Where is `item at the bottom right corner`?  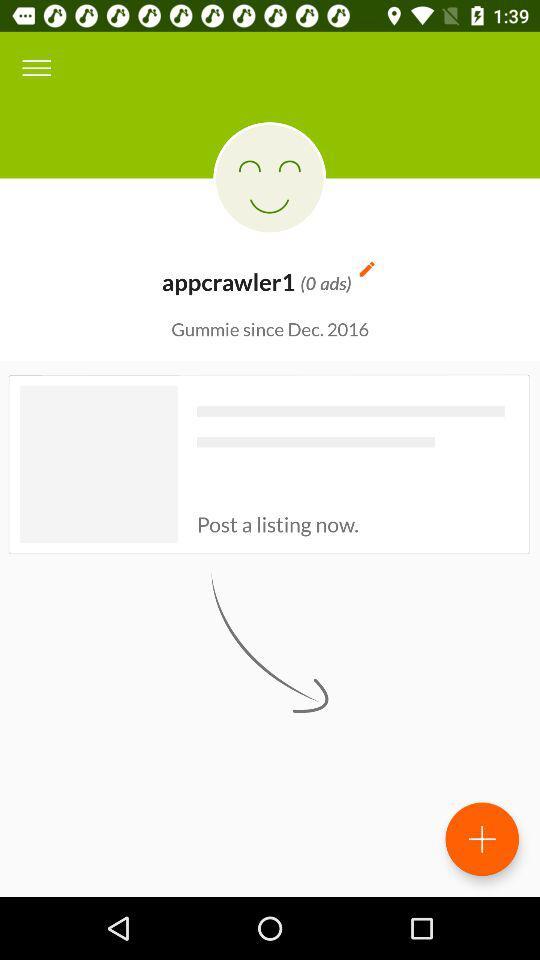
item at the bottom right corner is located at coordinates (481, 839).